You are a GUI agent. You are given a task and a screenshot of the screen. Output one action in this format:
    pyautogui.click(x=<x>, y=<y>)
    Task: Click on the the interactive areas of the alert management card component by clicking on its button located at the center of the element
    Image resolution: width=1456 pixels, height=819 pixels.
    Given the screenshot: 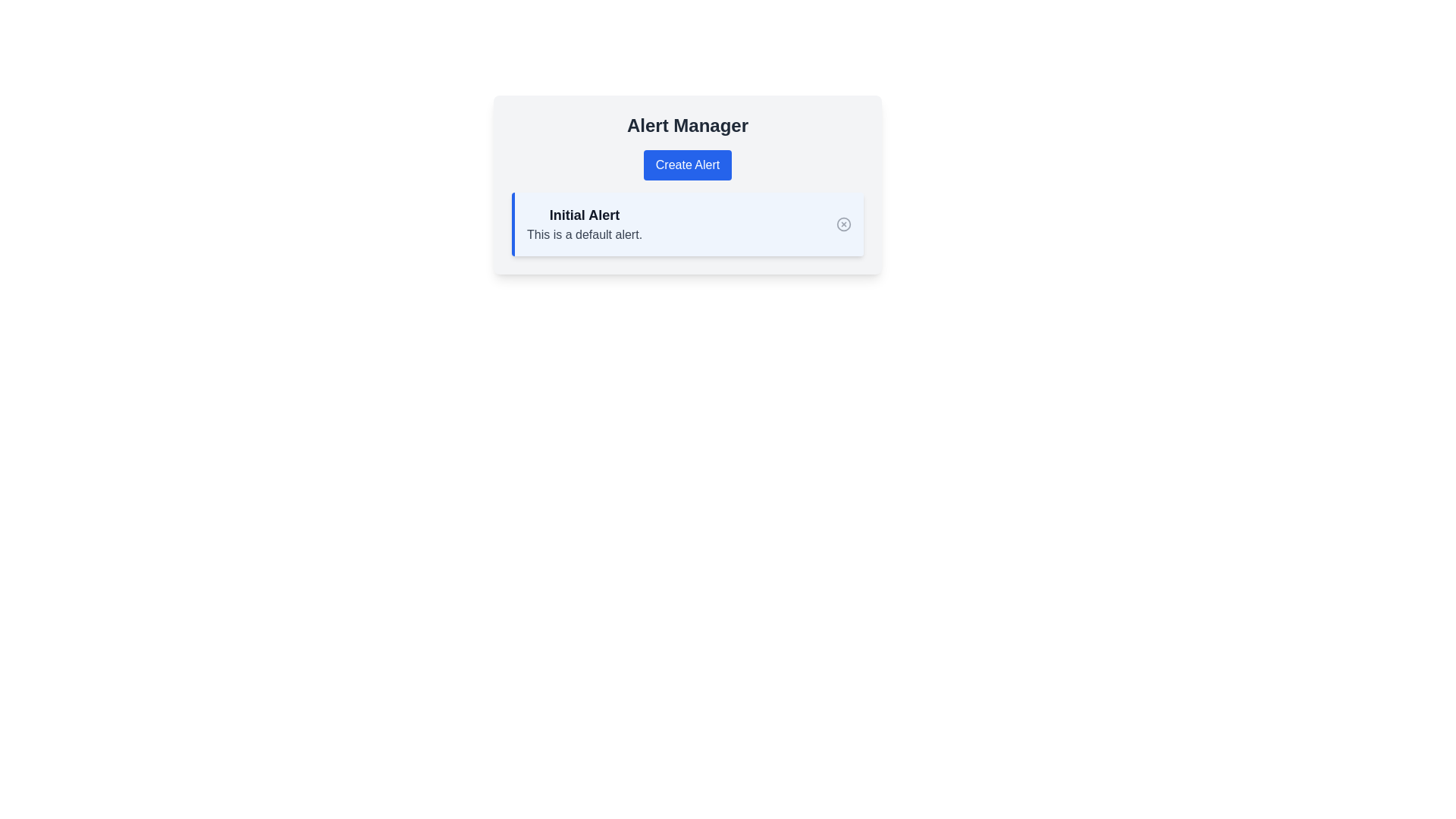 What is the action you would take?
    pyautogui.click(x=687, y=184)
    